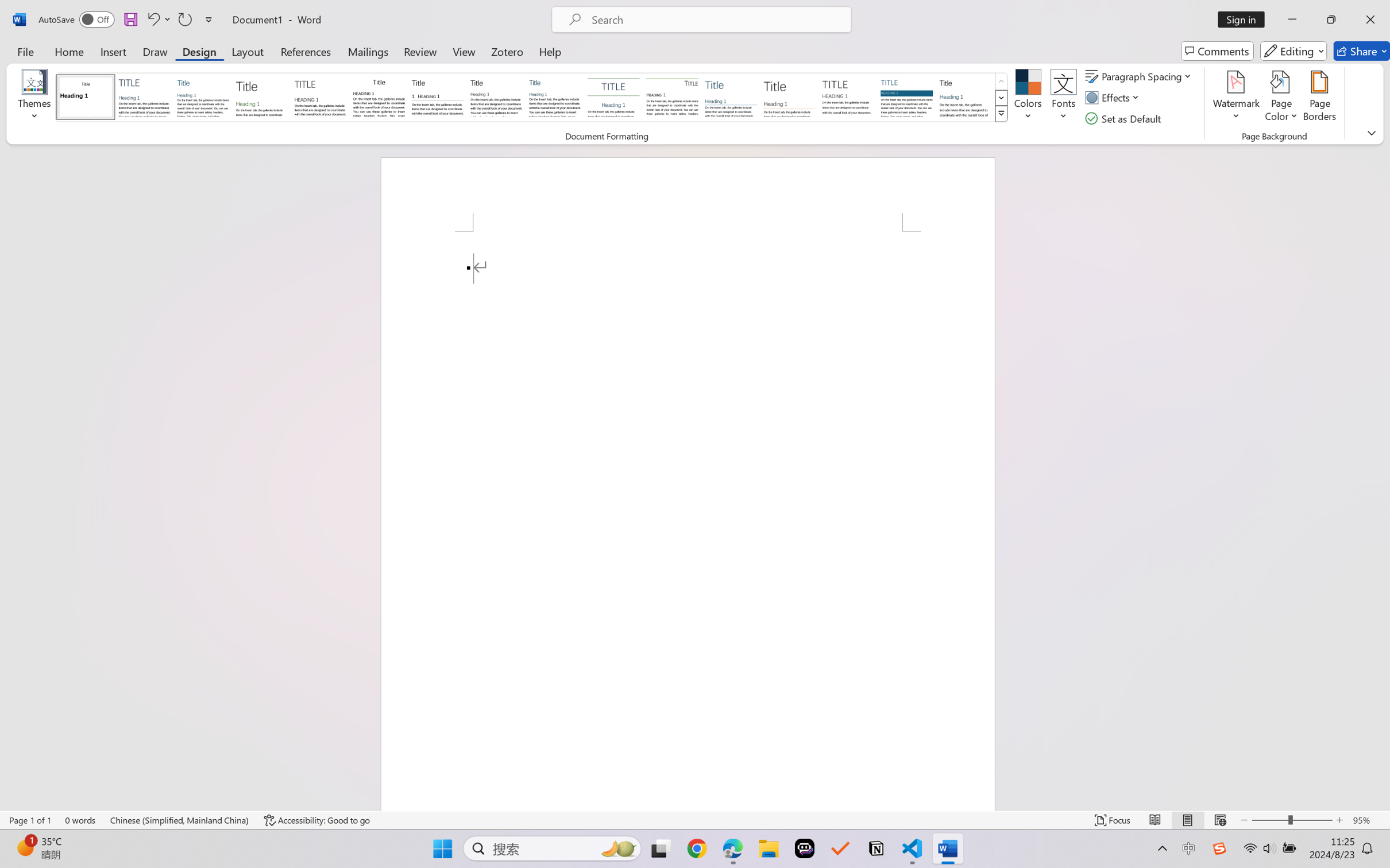 The height and width of the screenshot is (868, 1390). What do you see at coordinates (1236, 98) in the screenshot?
I see `'Watermark'` at bounding box center [1236, 98].